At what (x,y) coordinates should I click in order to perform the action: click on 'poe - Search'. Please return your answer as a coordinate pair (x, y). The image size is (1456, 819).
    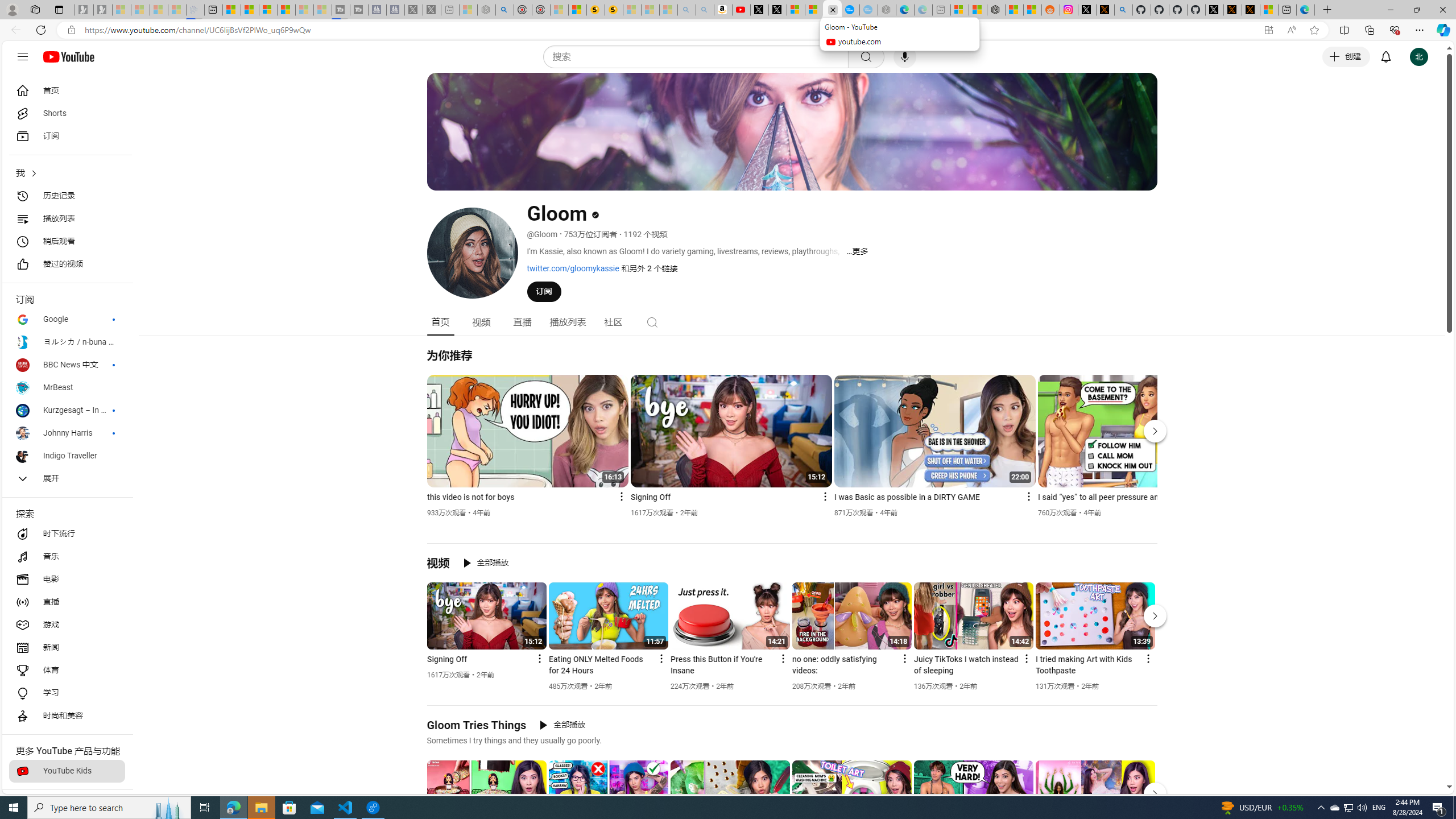
    Looking at the image, I should click on (504, 9).